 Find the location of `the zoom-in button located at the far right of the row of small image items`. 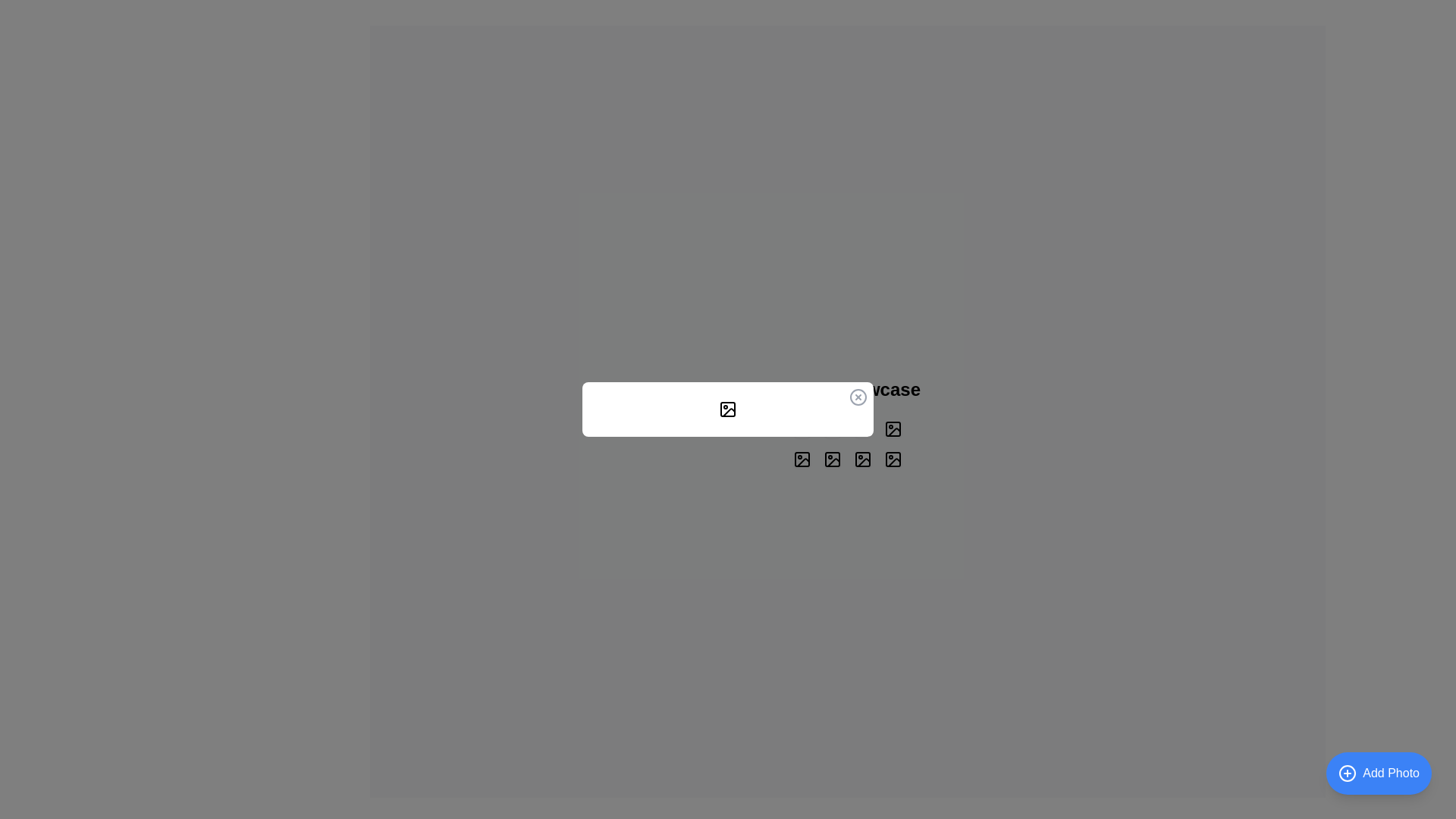

the zoom-in button located at the far right of the row of small image items is located at coordinates (893, 429).